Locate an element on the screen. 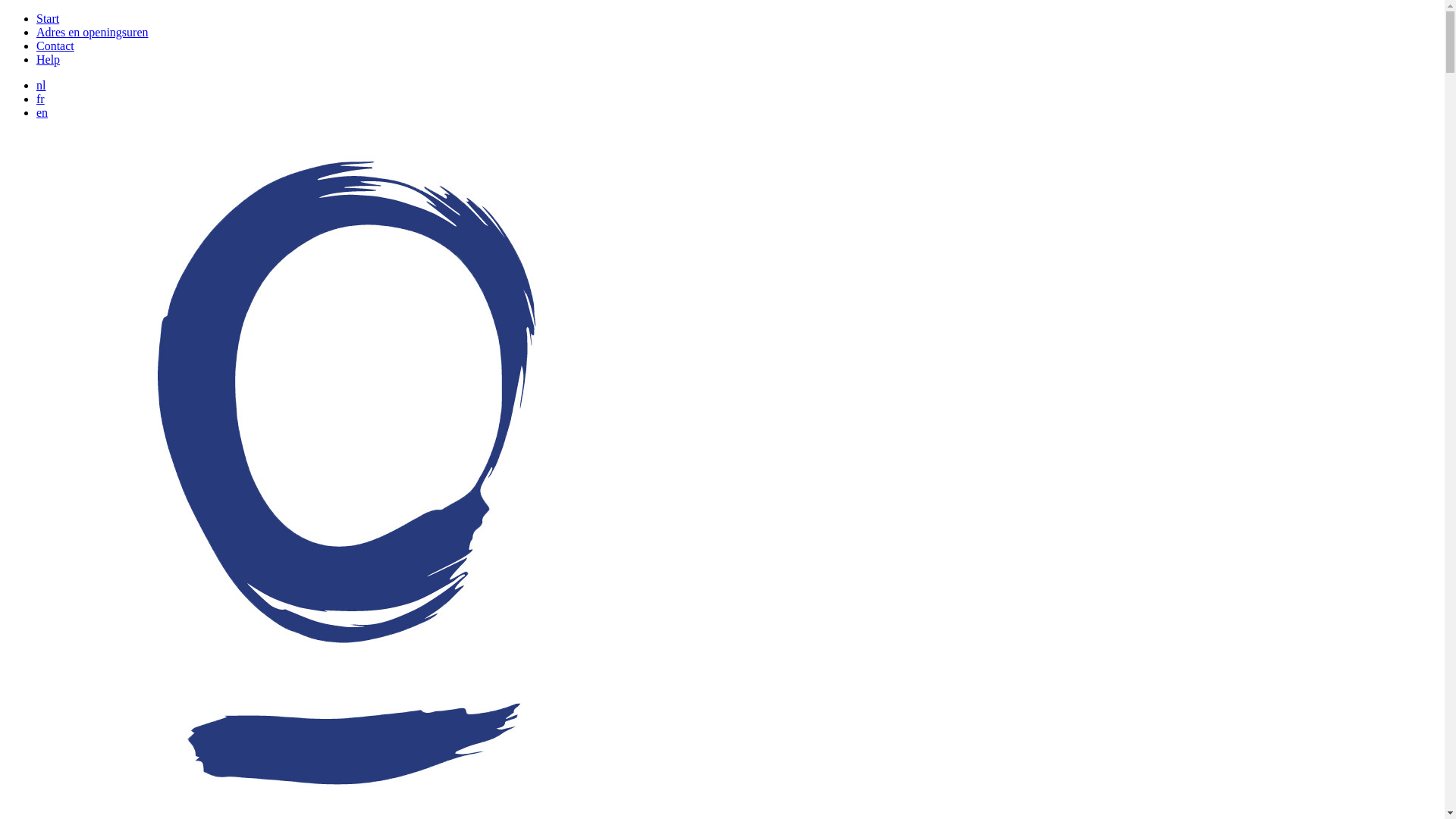 The image size is (1456, 819). 'fr' is located at coordinates (40, 99).